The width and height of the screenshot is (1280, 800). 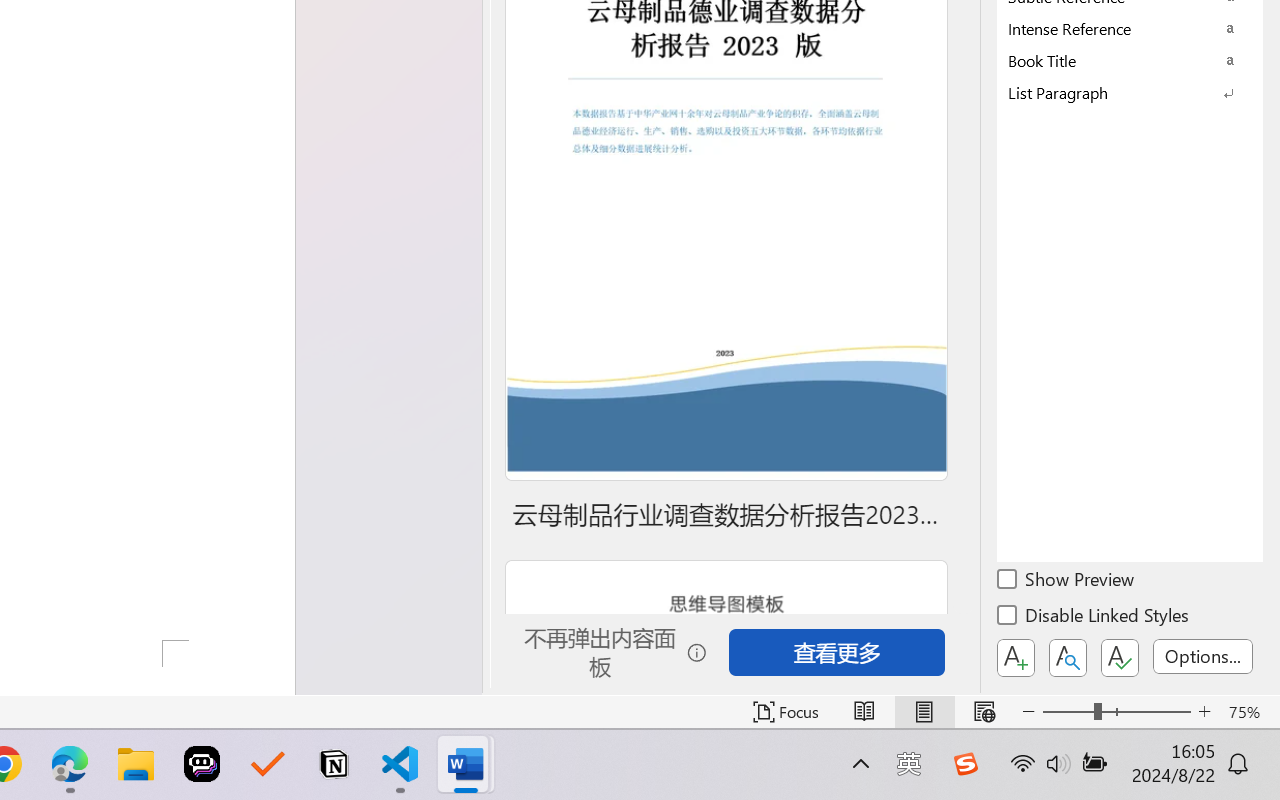 What do you see at coordinates (864, 711) in the screenshot?
I see `'Read Mode'` at bounding box center [864, 711].